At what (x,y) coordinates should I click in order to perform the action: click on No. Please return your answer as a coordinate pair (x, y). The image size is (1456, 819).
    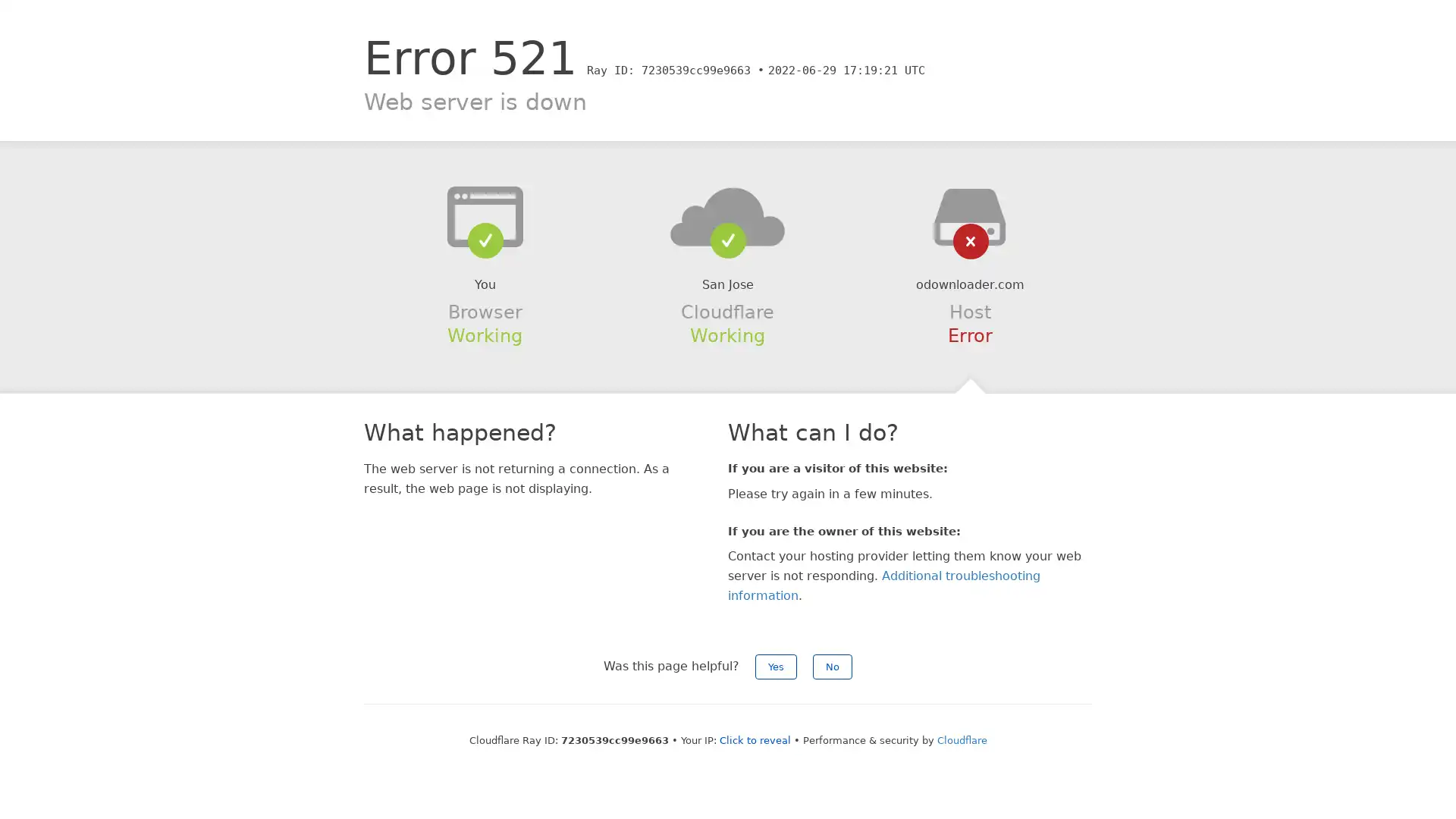
    Looking at the image, I should click on (832, 666).